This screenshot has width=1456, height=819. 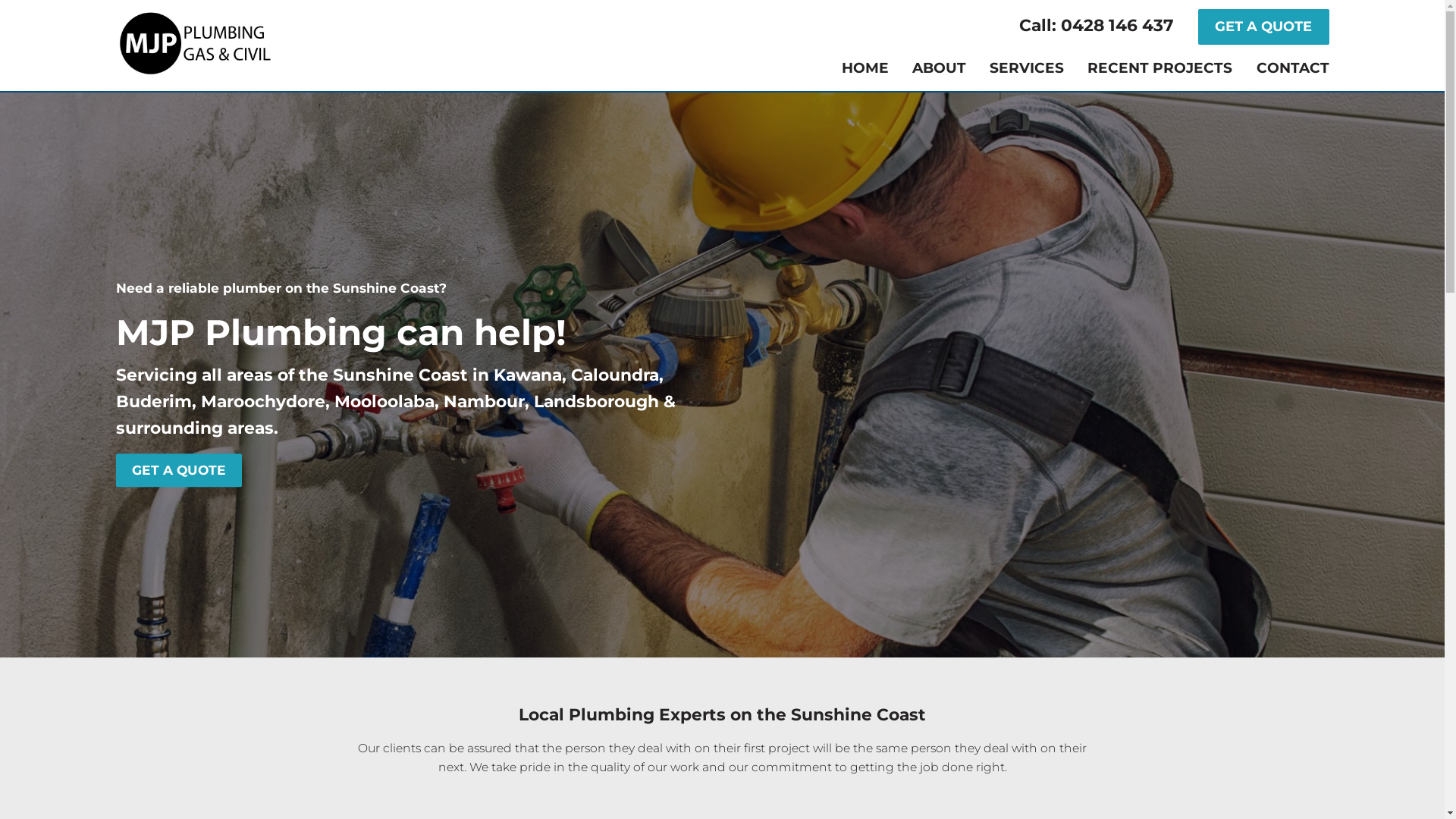 What do you see at coordinates (1197, 27) in the screenshot?
I see `'GET A QUOTE'` at bounding box center [1197, 27].